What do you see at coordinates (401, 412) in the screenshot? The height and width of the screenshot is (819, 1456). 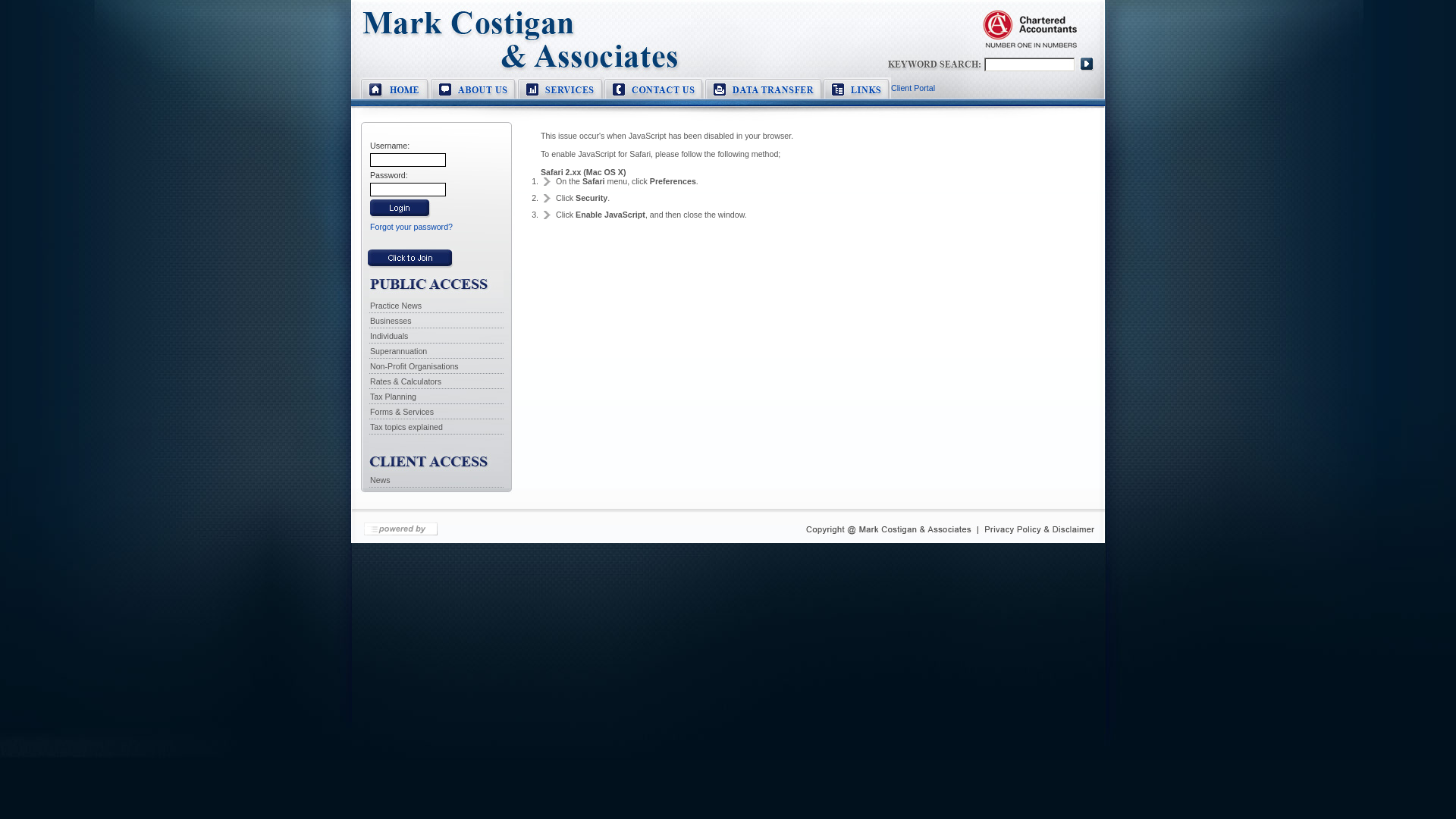 I see `'Forms & Services'` at bounding box center [401, 412].